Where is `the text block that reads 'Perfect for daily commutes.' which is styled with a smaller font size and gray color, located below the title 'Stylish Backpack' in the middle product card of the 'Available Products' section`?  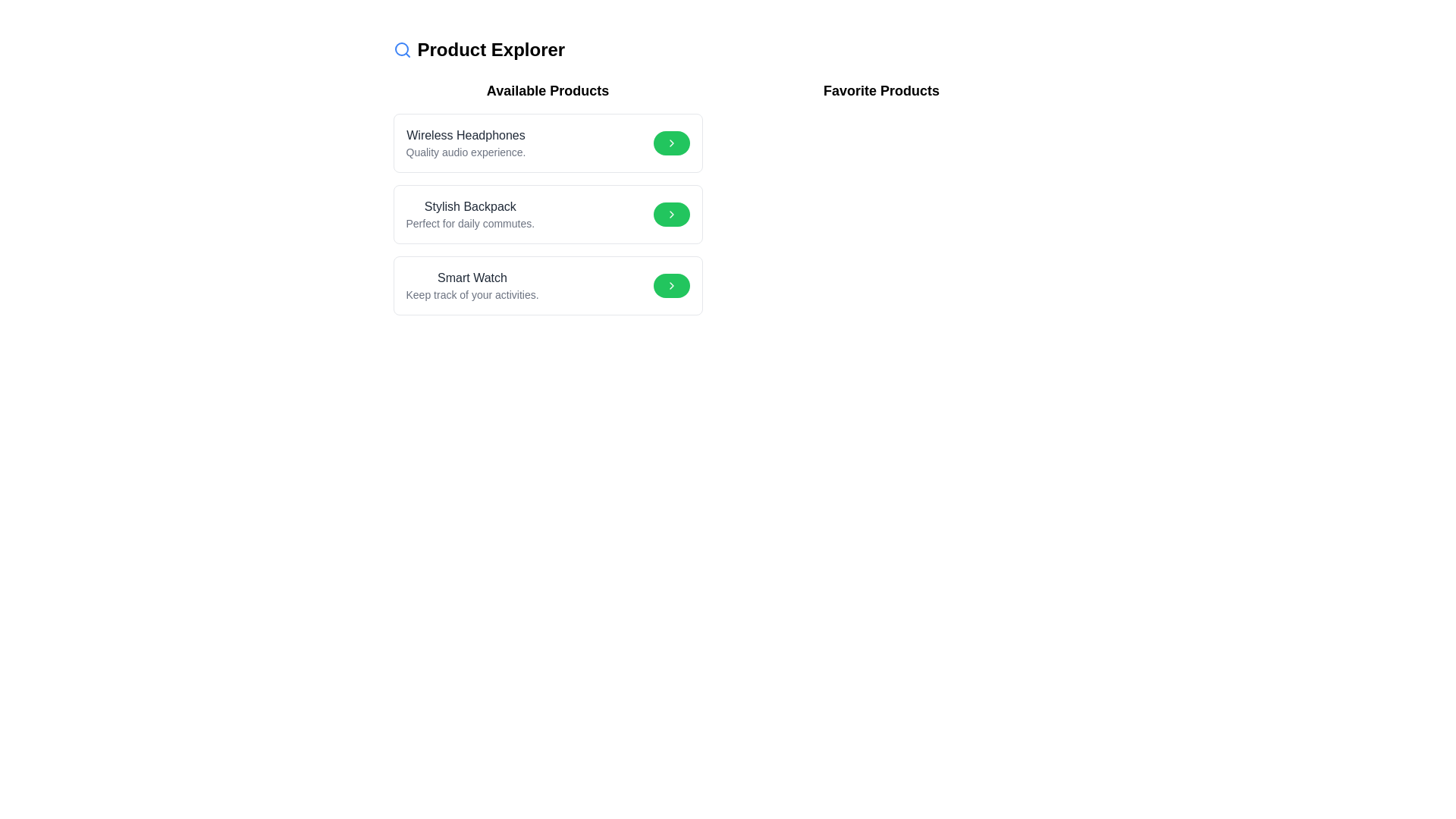 the text block that reads 'Perfect for daily commutes.' which is styled with a smaller font size and gray color, located below the title 'Stylish Backpack' in the middle product card of the 'Available Products' section is located at coordinates (469, 223).